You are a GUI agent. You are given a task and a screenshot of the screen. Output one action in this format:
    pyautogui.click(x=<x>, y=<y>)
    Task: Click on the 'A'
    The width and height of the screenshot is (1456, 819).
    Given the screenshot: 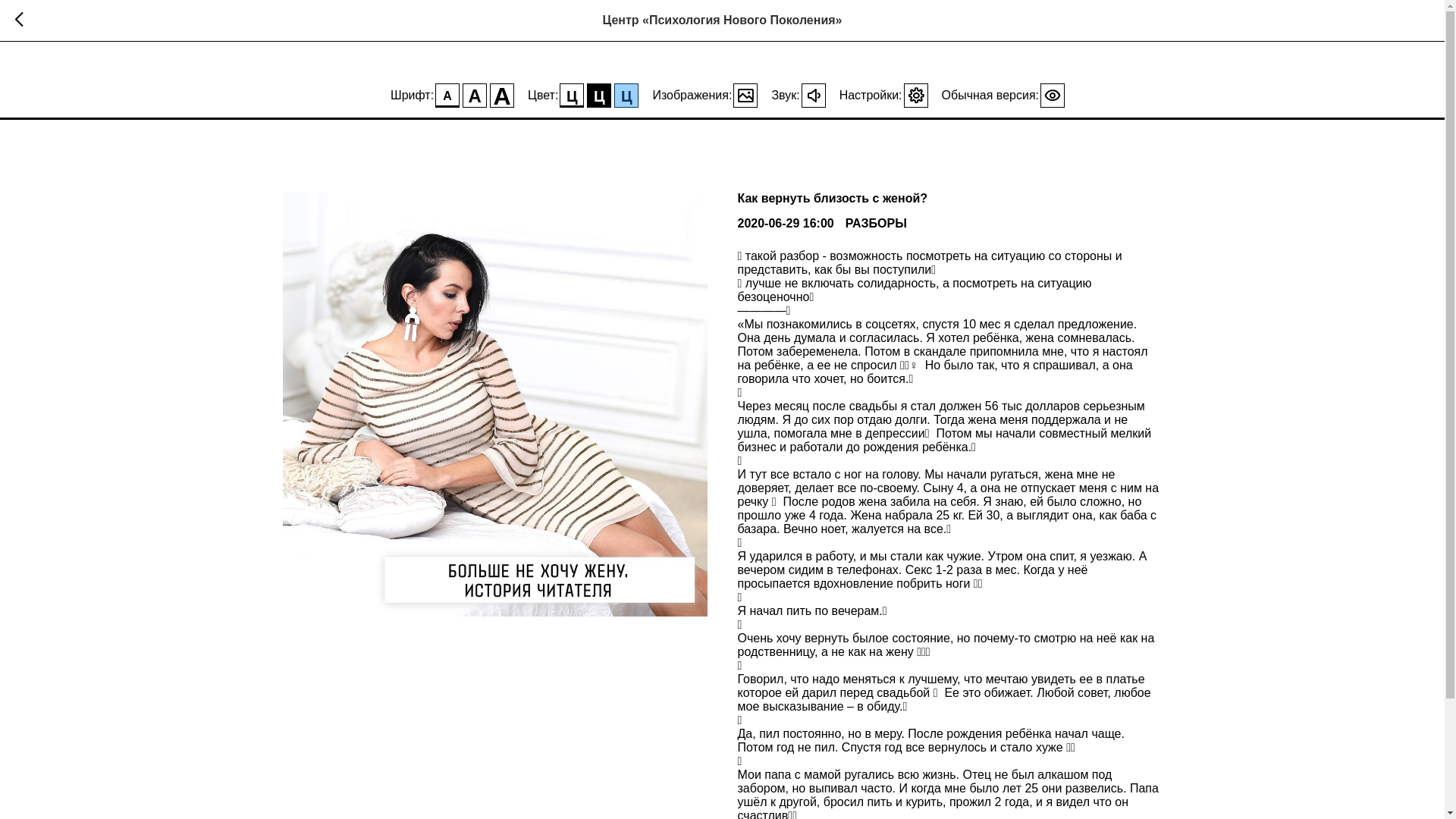 What is the action you would take?
    pyautogui.click(x=473, y=96)
    